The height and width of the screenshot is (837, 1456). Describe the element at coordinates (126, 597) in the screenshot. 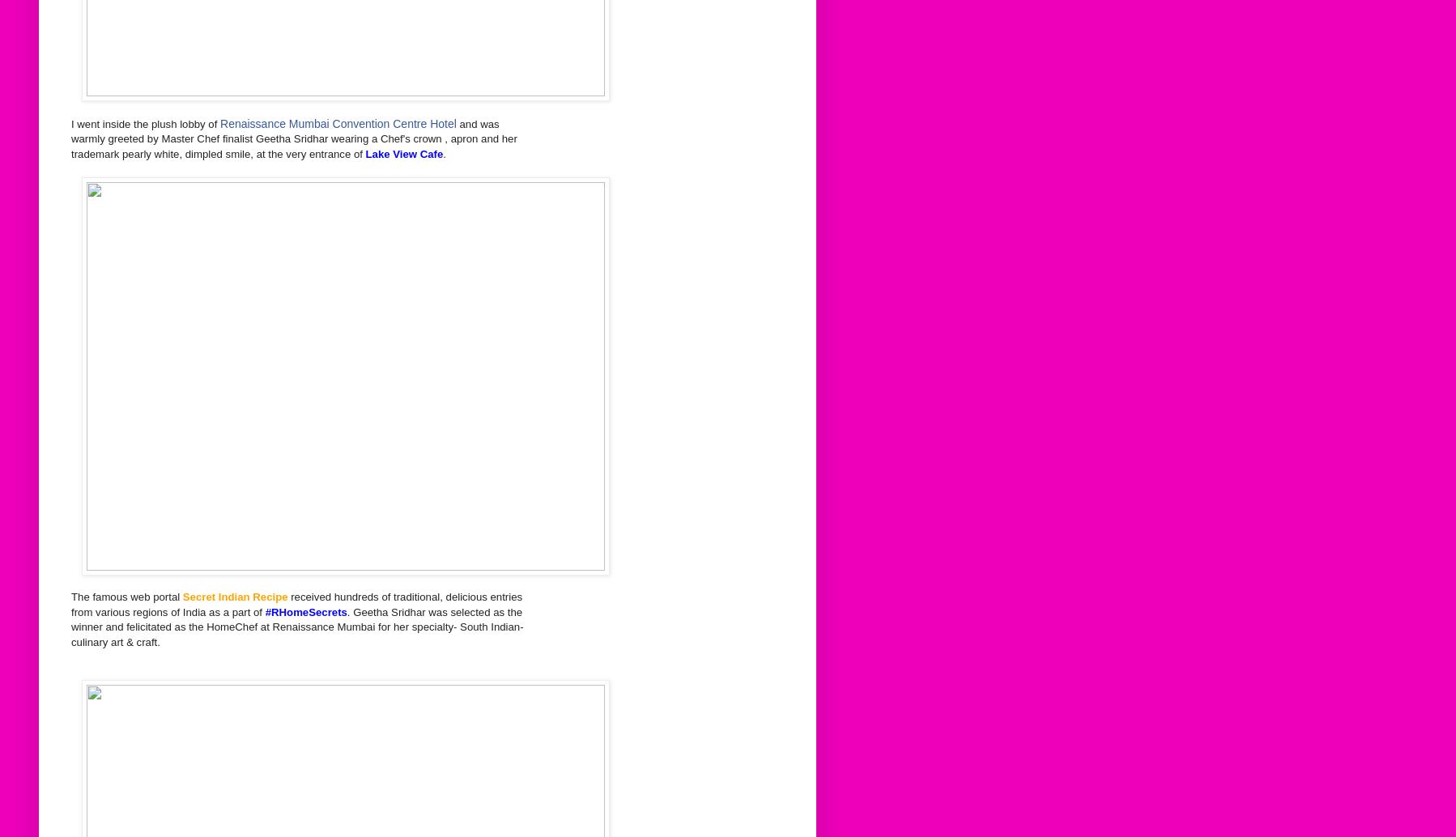

I see `'The famous web portal'` at that location.